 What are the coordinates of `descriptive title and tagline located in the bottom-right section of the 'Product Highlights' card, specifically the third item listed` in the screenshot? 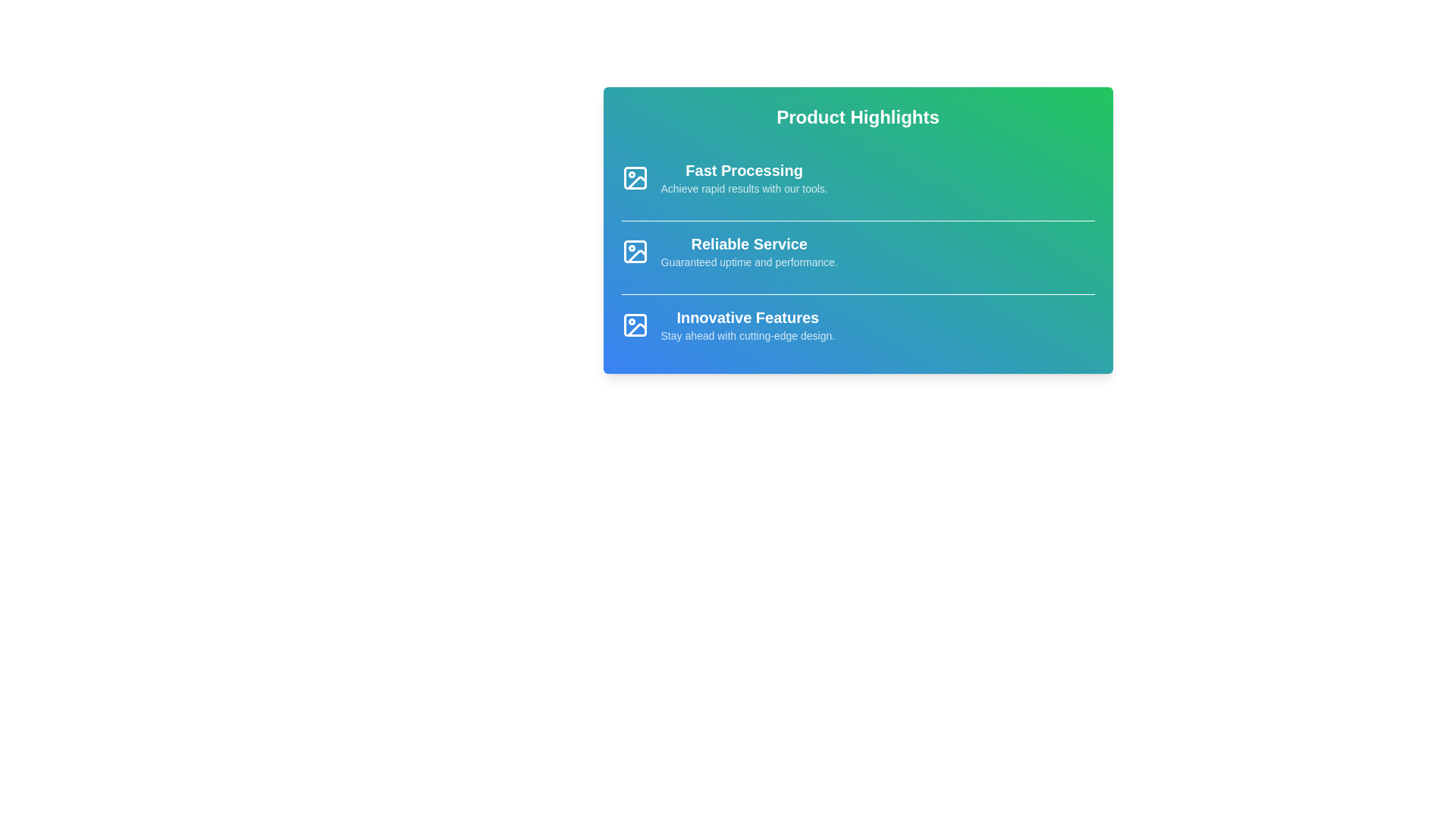 It's located at (748, 324).